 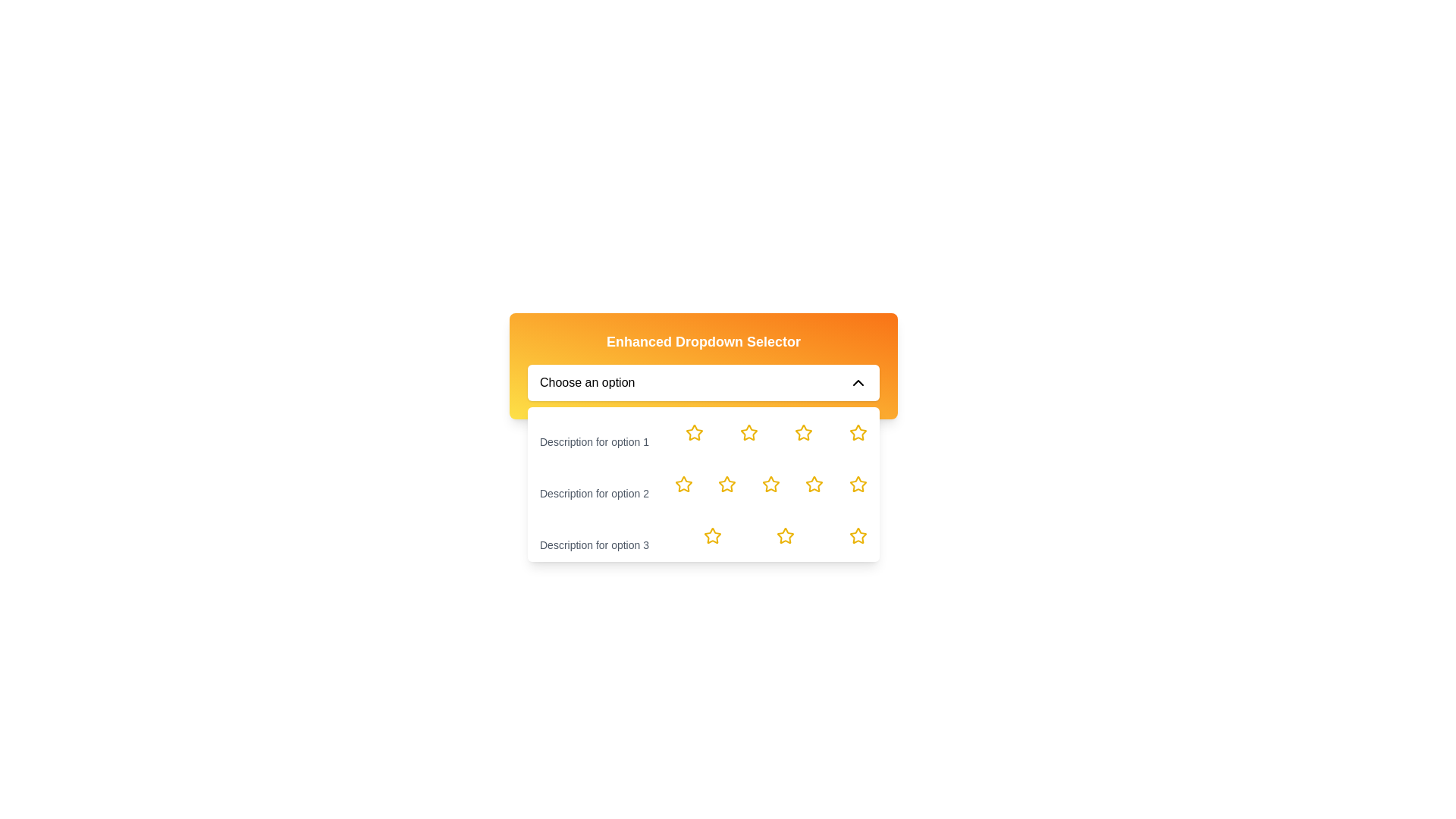 What do you see at coordinates (858, 432) in the screenshot?
I see `the star icon in the last column of the first row of the rating grid to interact with it` at bounding box center [858, 432].